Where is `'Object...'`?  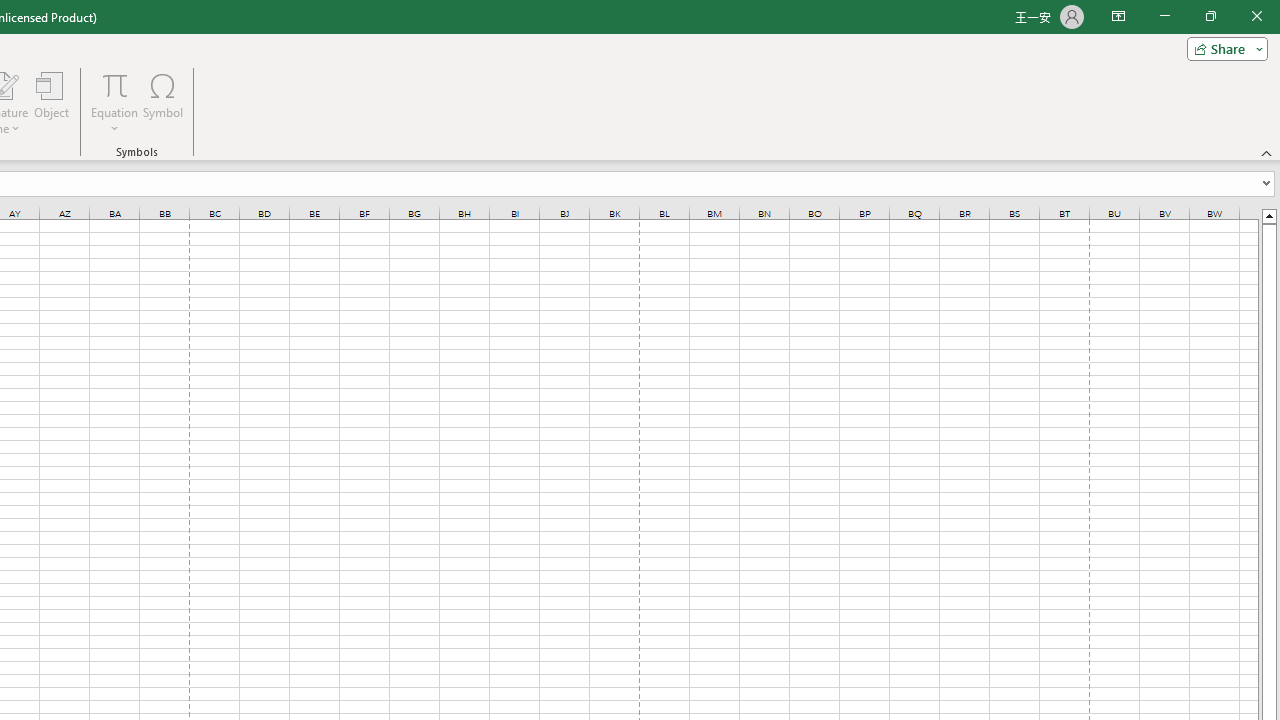 'Object...' is located at coordinates (51, 103).